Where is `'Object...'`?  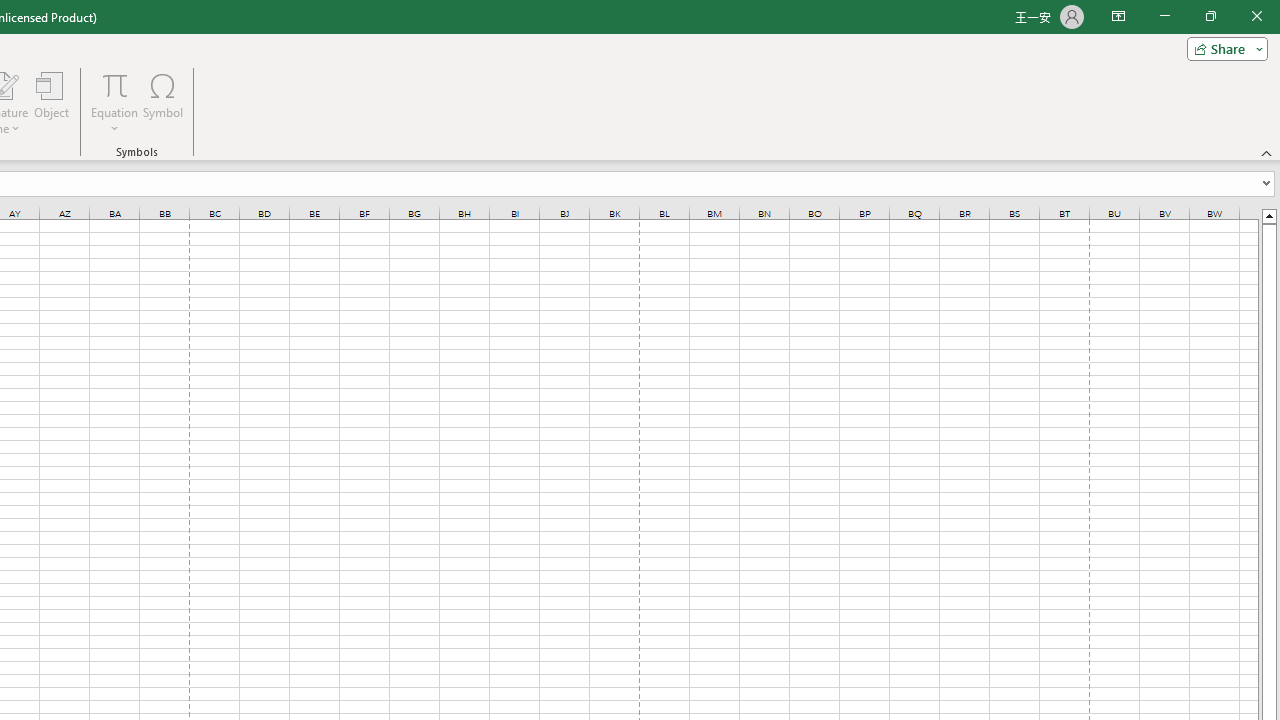 'Object...' is located at coordinates (51, 103).